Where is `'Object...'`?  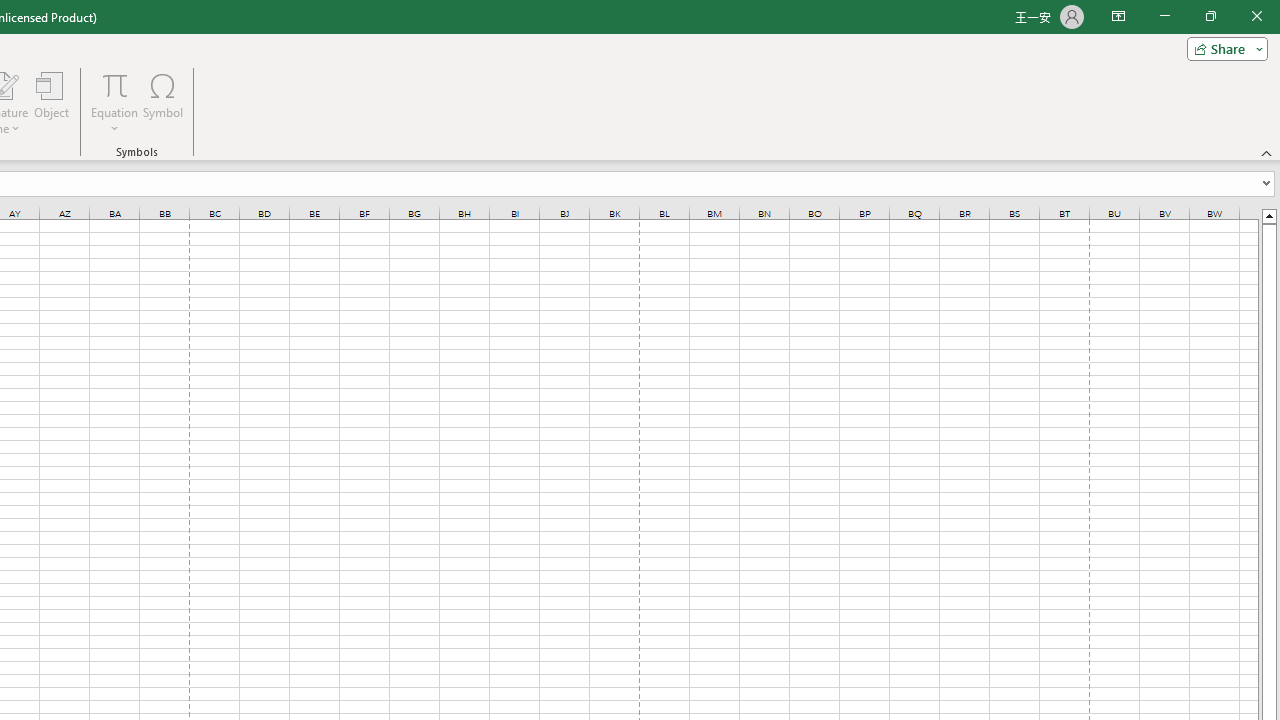 'Object...' is located at coordinates (51, 103).